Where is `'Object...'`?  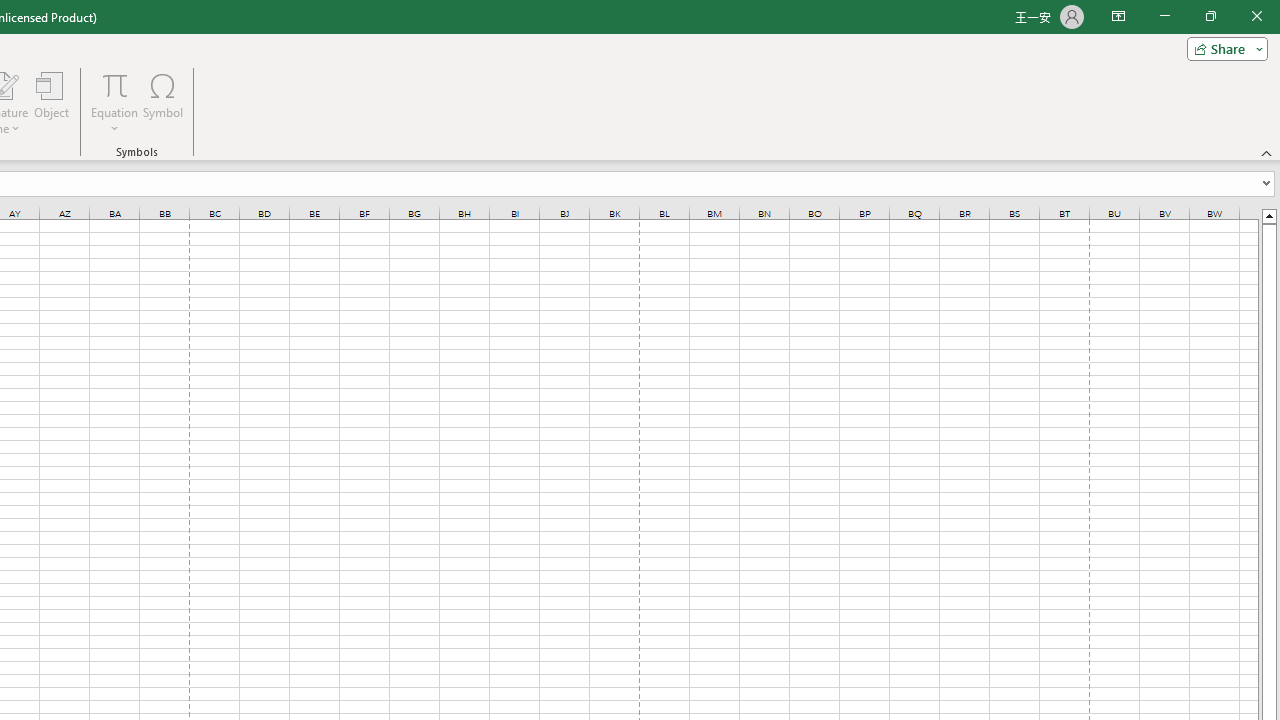 'Object...' is located at coordinates (51, 103).